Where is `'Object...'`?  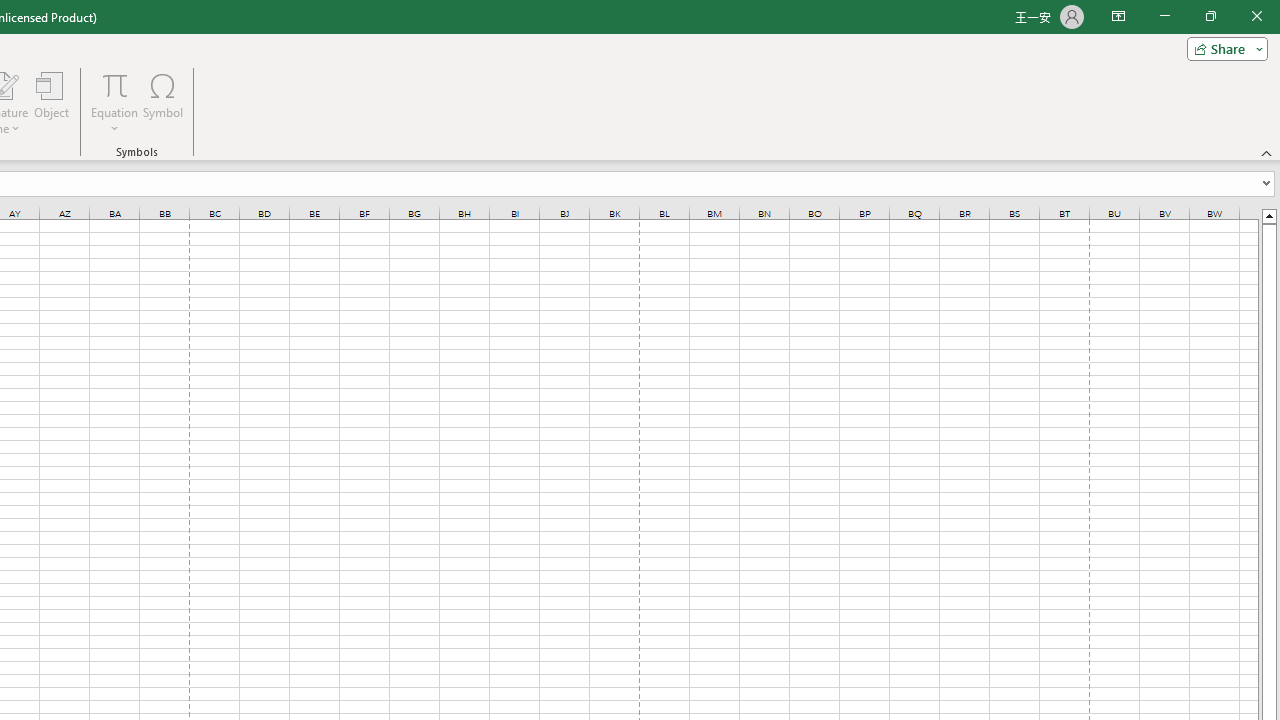 'Object...' is located at coordinates (51, 103).